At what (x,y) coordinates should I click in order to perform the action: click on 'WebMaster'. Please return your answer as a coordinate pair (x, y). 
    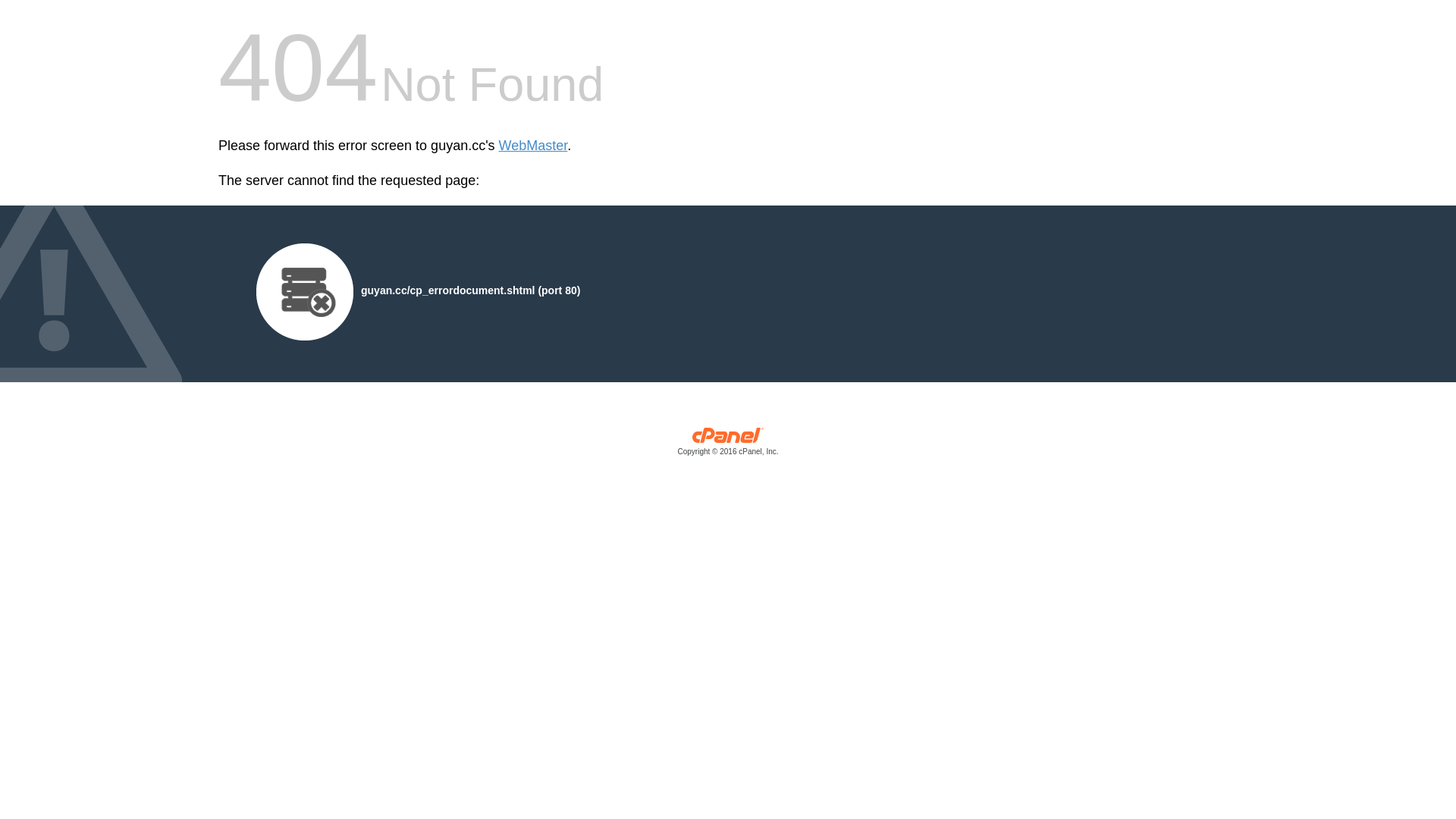
    Looking at the image, I should click on (533, 146).